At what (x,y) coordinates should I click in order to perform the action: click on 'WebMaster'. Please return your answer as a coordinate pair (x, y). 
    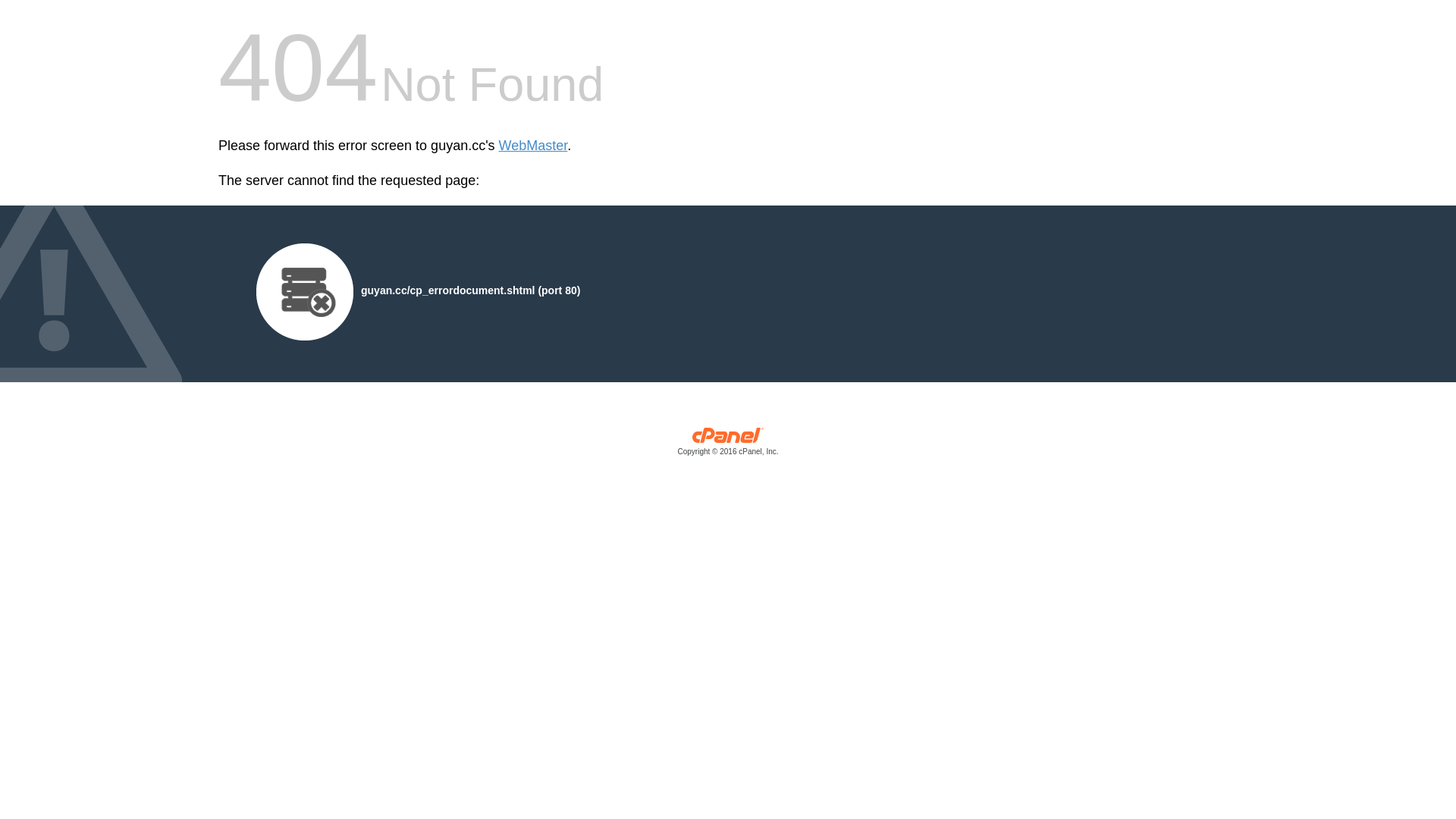
    Looking at the image, I should click on (533, 146).